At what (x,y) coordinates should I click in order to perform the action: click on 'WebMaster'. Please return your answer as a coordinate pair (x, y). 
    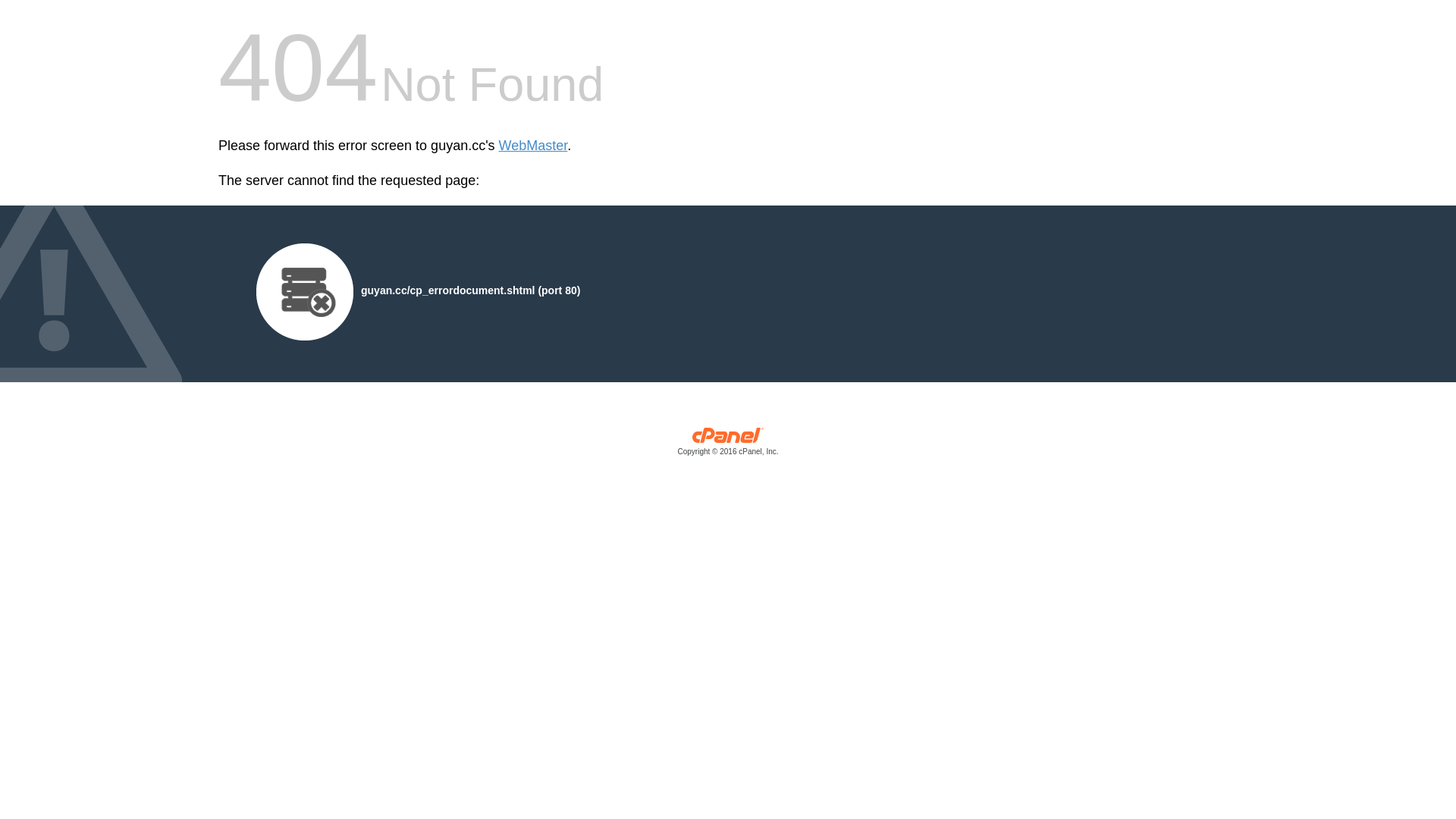
    Looking at the image, I should click on (533, 146).